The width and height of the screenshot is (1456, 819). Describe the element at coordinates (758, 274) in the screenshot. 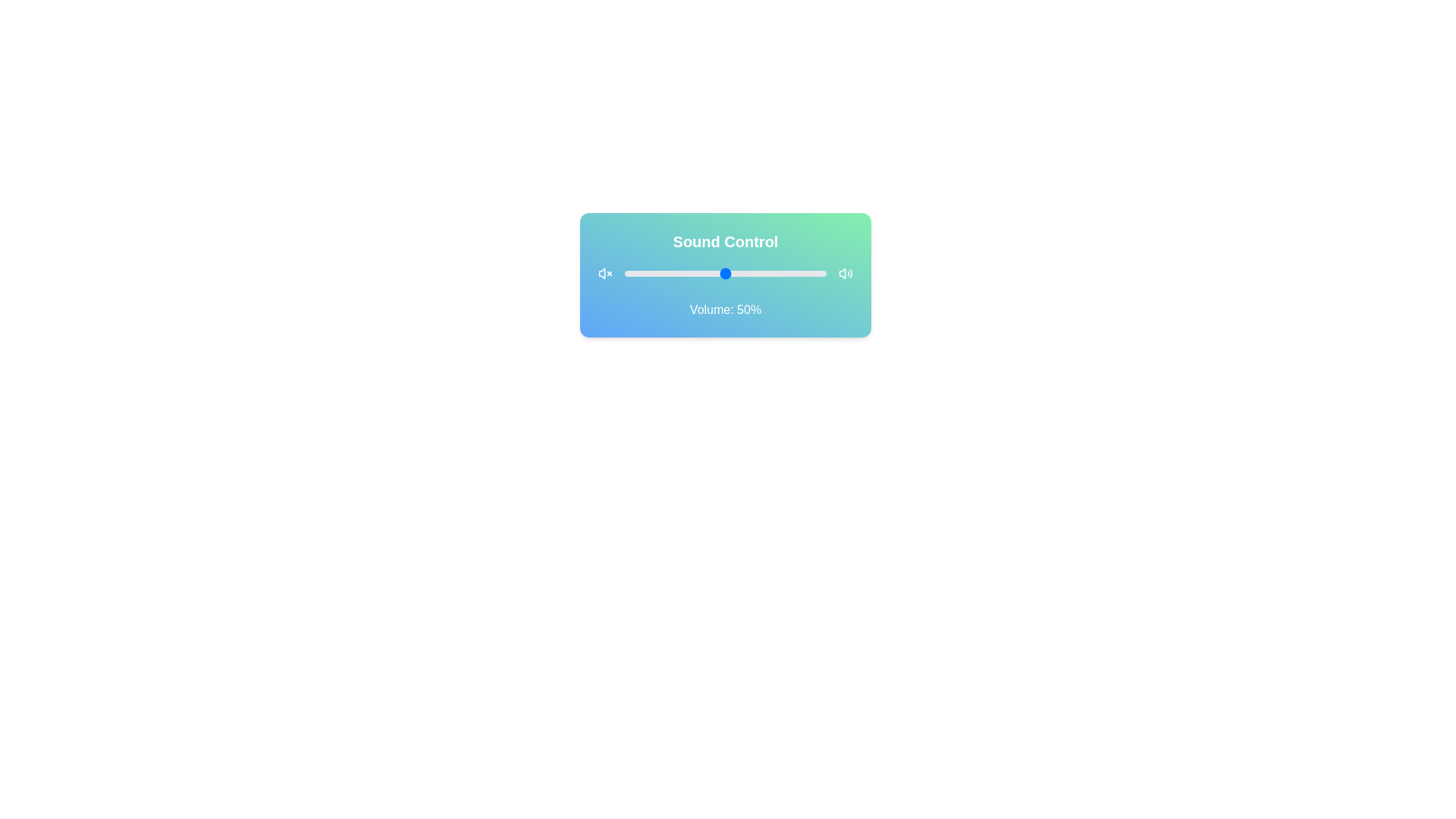

I see `the volume slider` at that location.